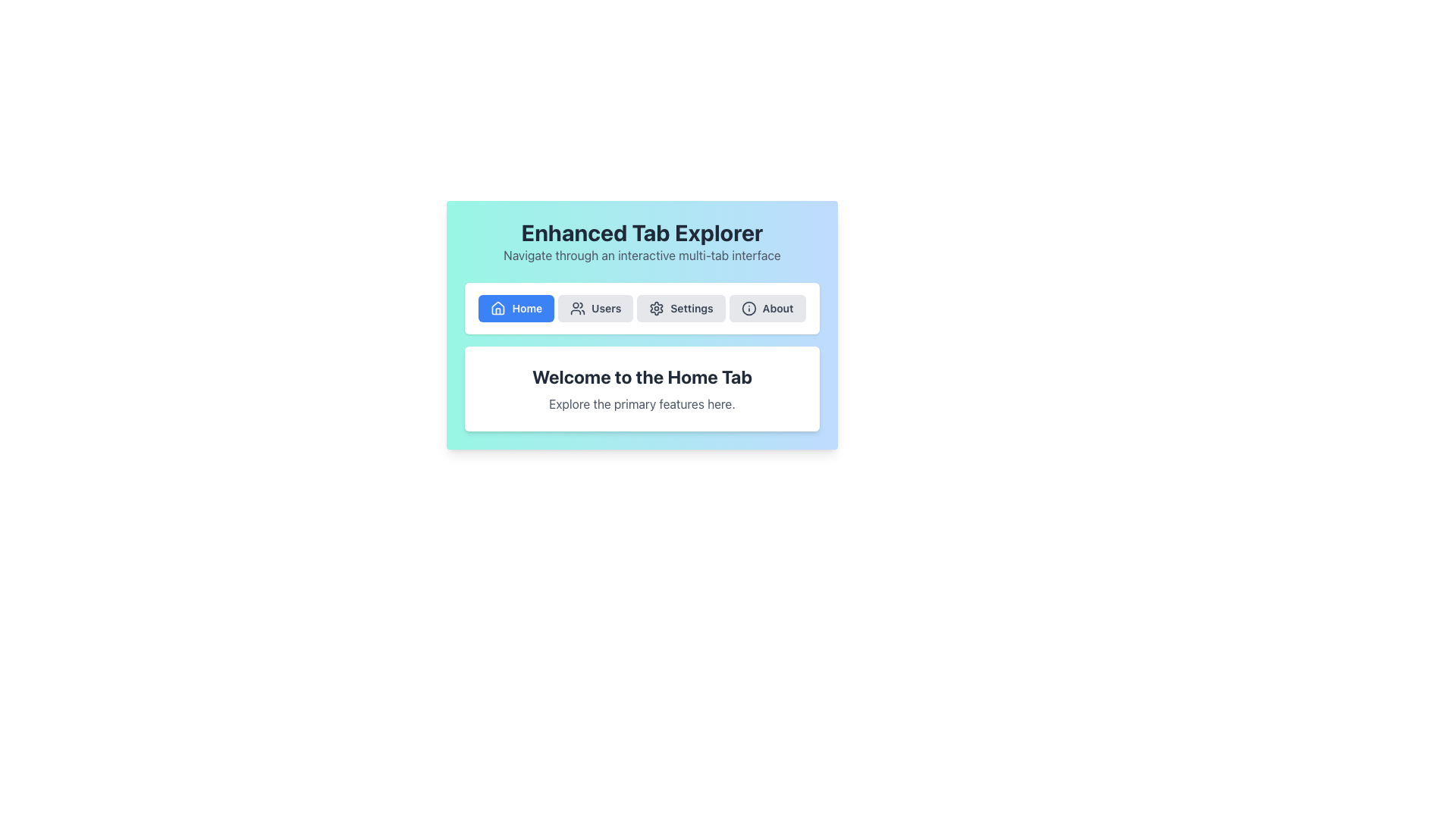 Image resolution: width=1456 pixels, height=819 pixels. Describe the element at coordinates (642, 308) in the screenshot. I see `the Tab Navigation Bar to switch views between 'Home', 'Users', 'Settings', and 'About'` at that location.